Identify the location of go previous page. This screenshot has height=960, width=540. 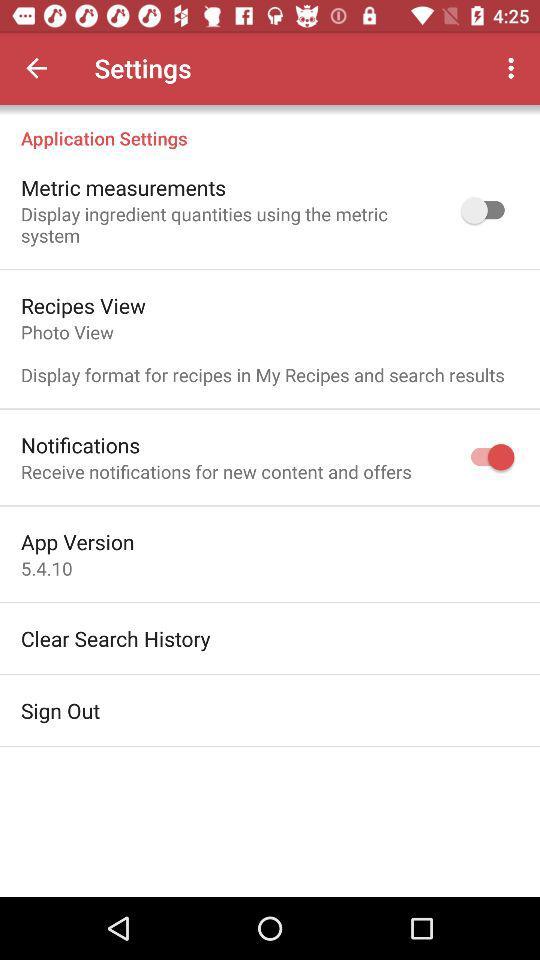
(36, 68).